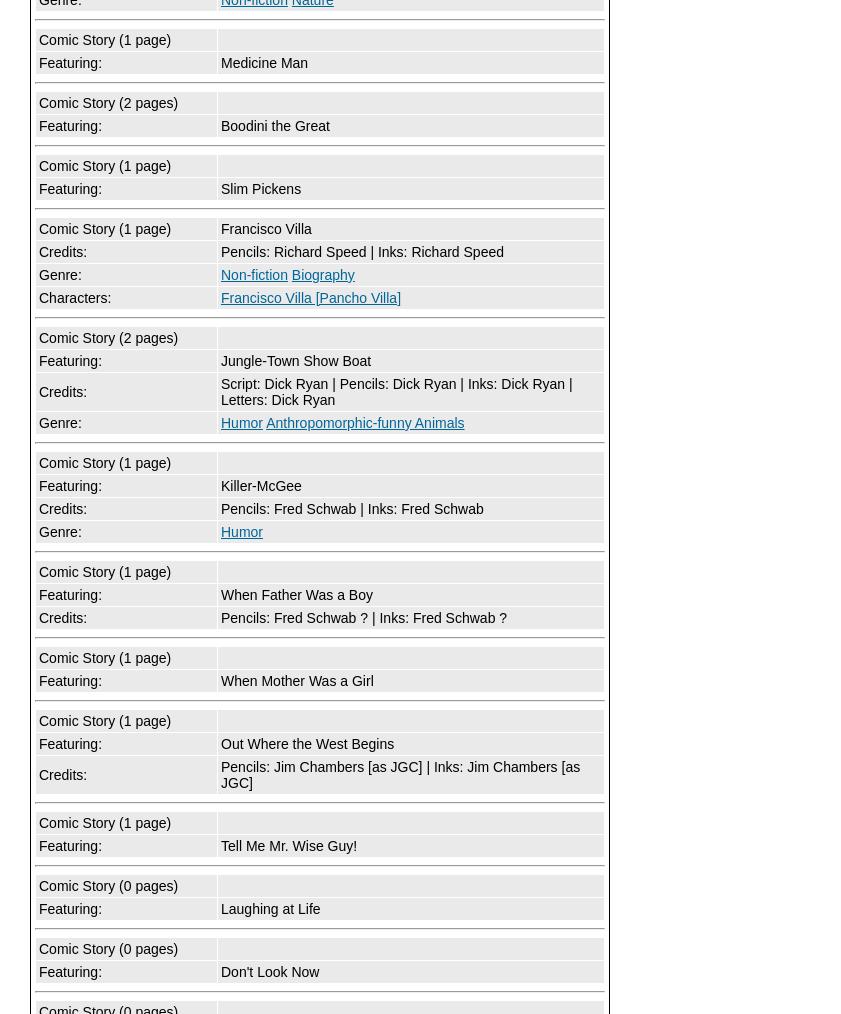 Image resolution: width=841 pixels, height=1014 pixels. What do you see at coordinates (274, 126) in the screenshot?
I see `'Boodini the Great'` at bounding box center [274, 126].